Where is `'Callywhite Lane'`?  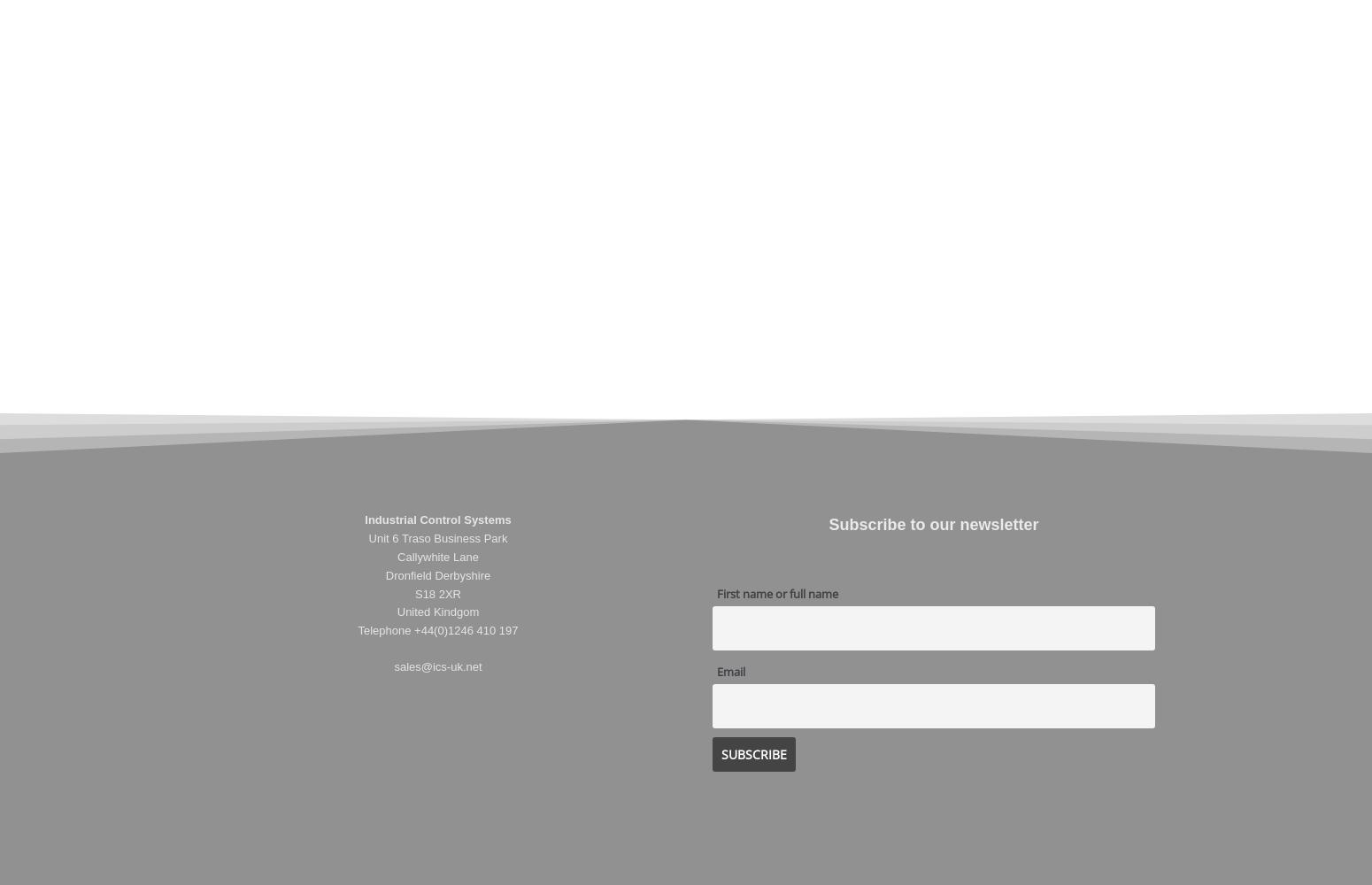 'Callywhite Lane' is located at coordinates (397, 557).